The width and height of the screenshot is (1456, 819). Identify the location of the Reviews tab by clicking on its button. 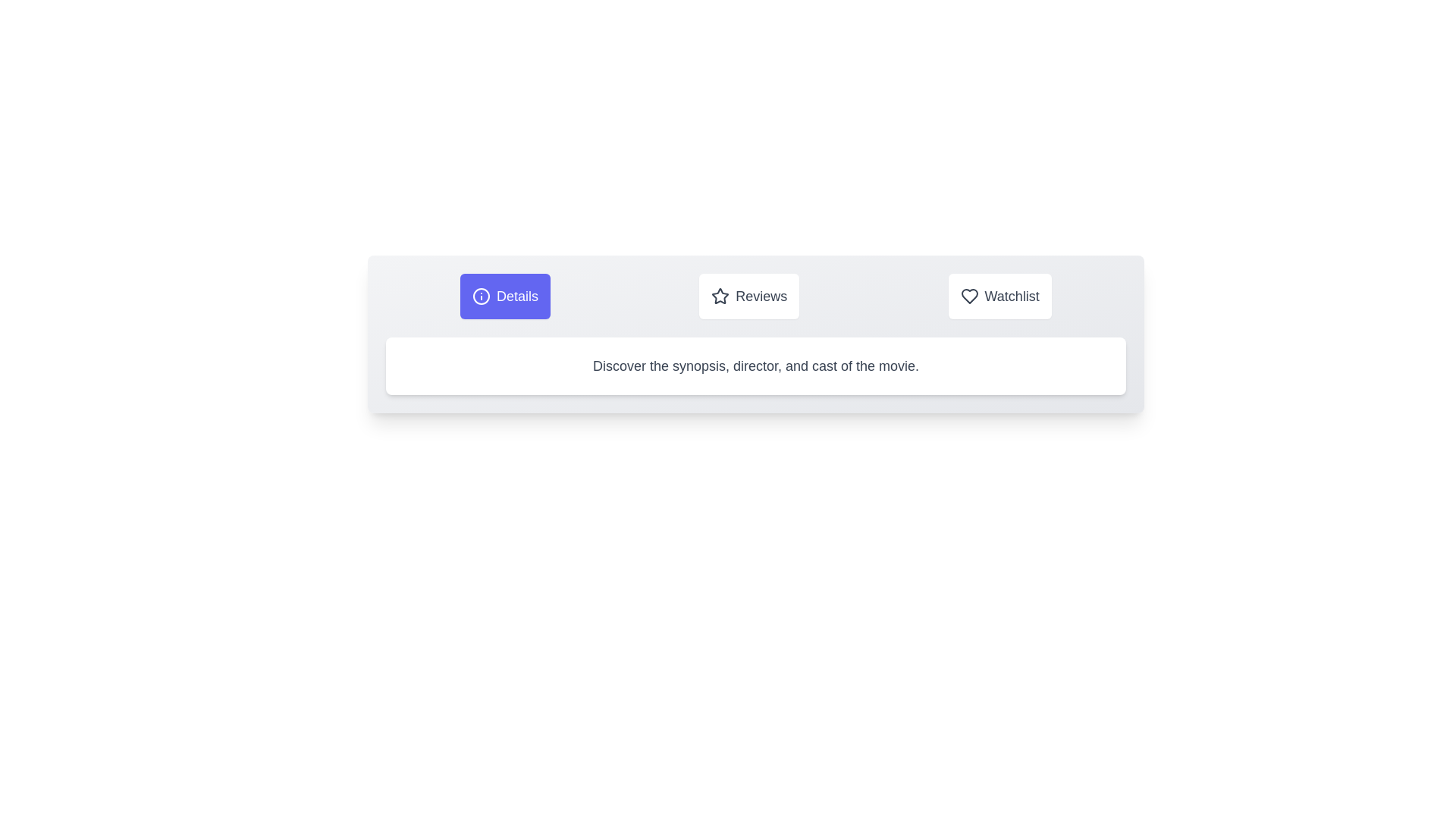
(749, 296).